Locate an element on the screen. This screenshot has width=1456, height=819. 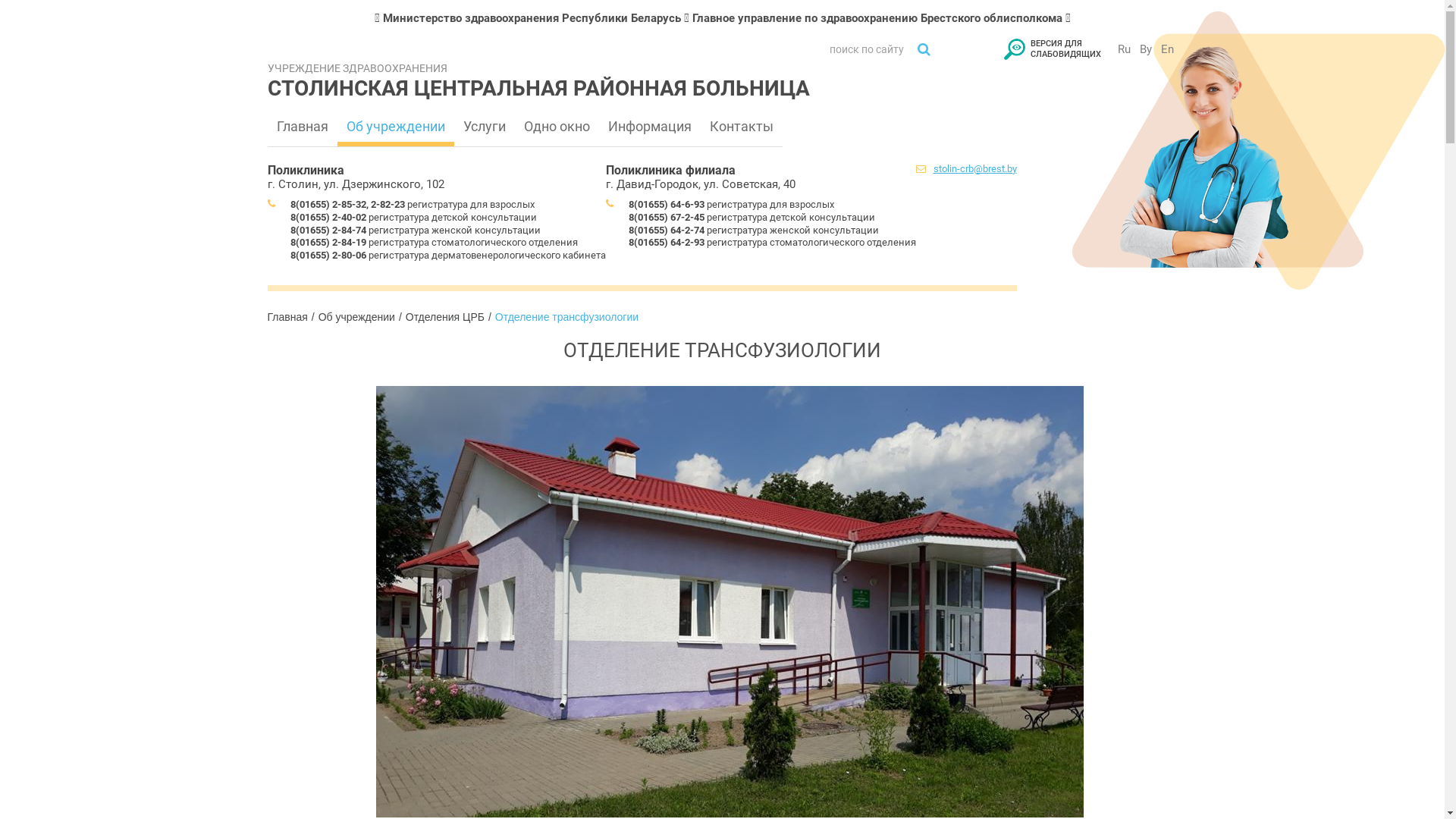
'En' is located at coordinates (1166, 49).